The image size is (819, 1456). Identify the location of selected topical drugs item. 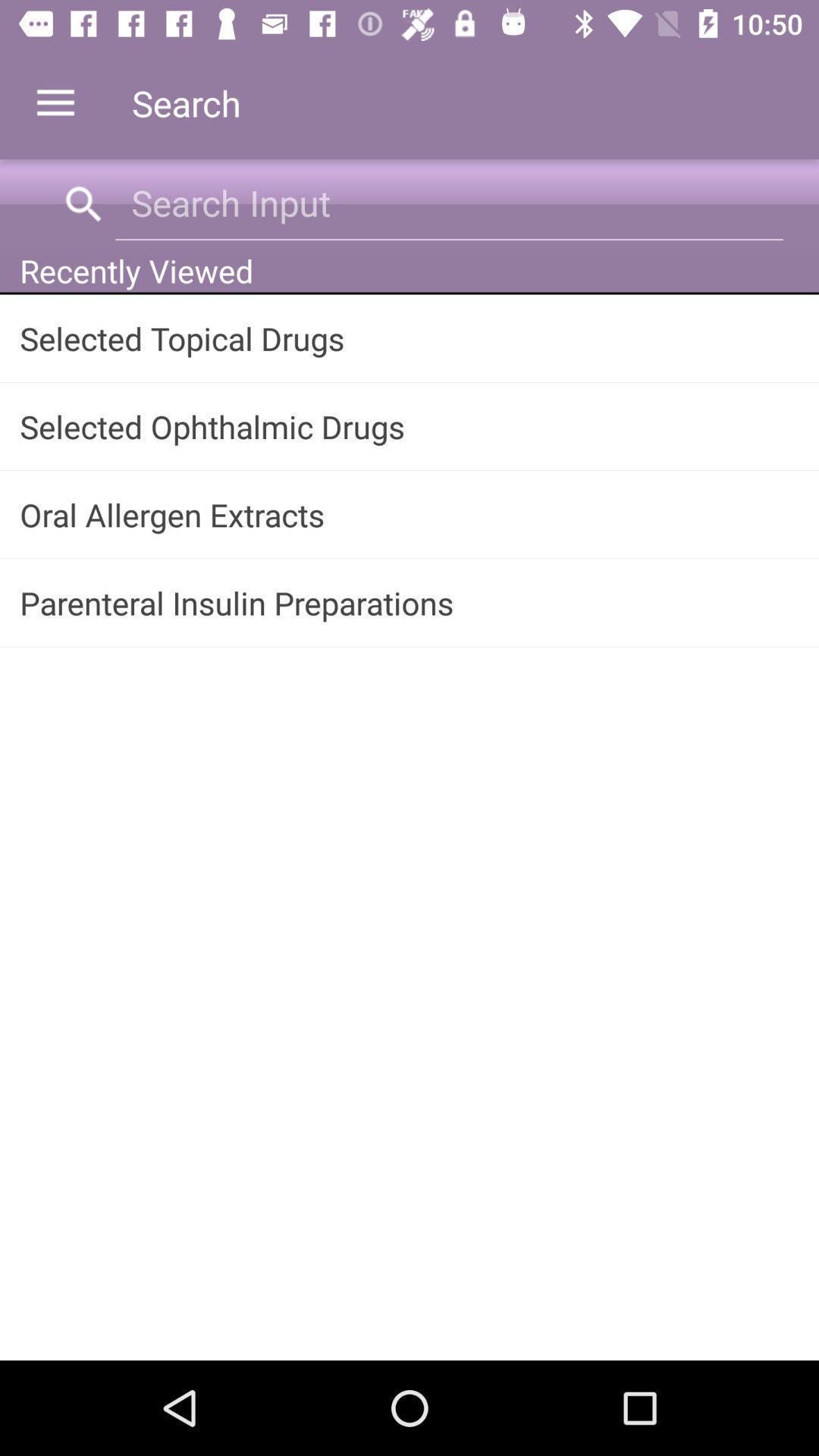
(409, 337).